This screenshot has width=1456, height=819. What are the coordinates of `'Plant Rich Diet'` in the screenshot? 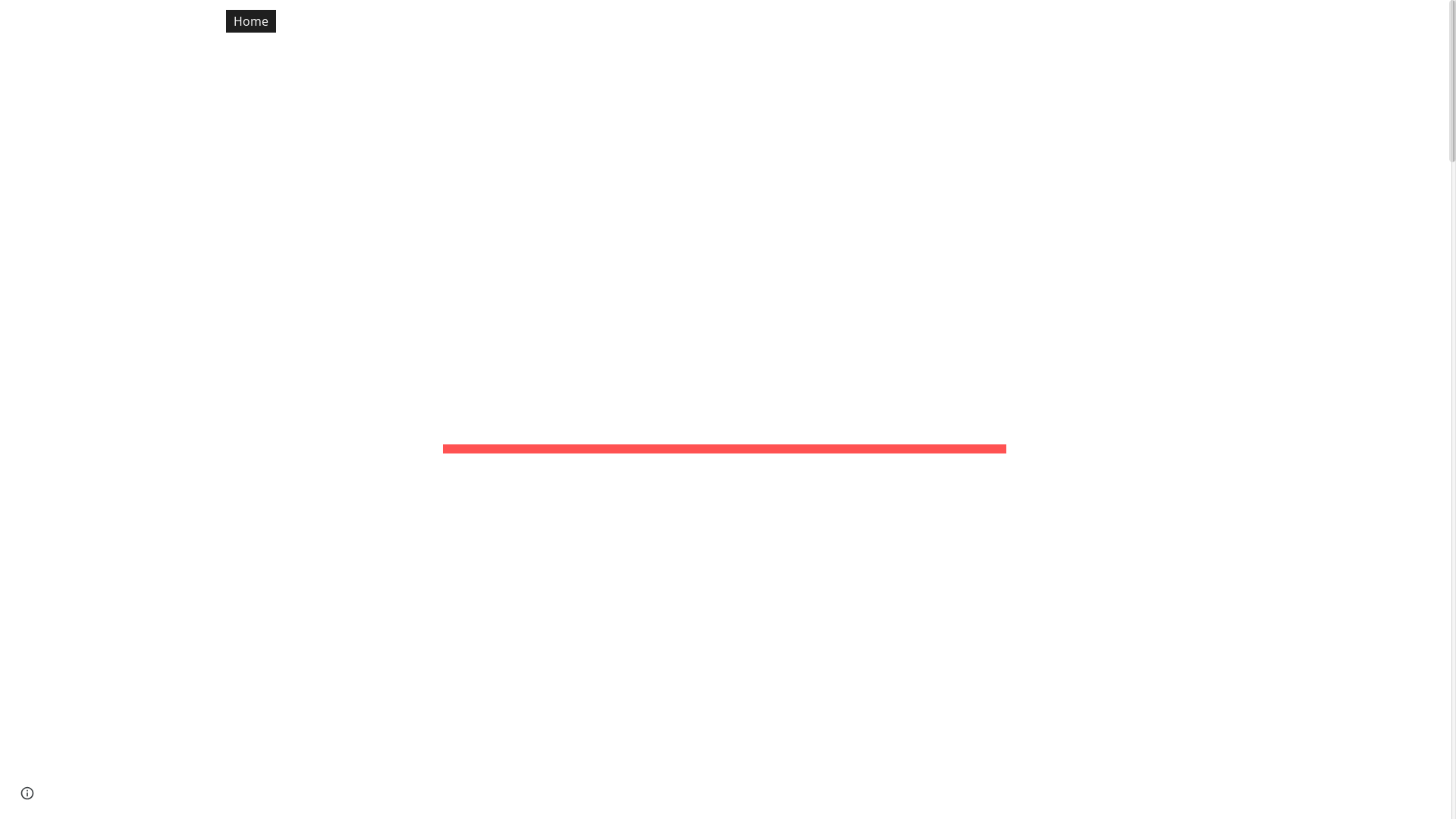 It's located at (789, 20).